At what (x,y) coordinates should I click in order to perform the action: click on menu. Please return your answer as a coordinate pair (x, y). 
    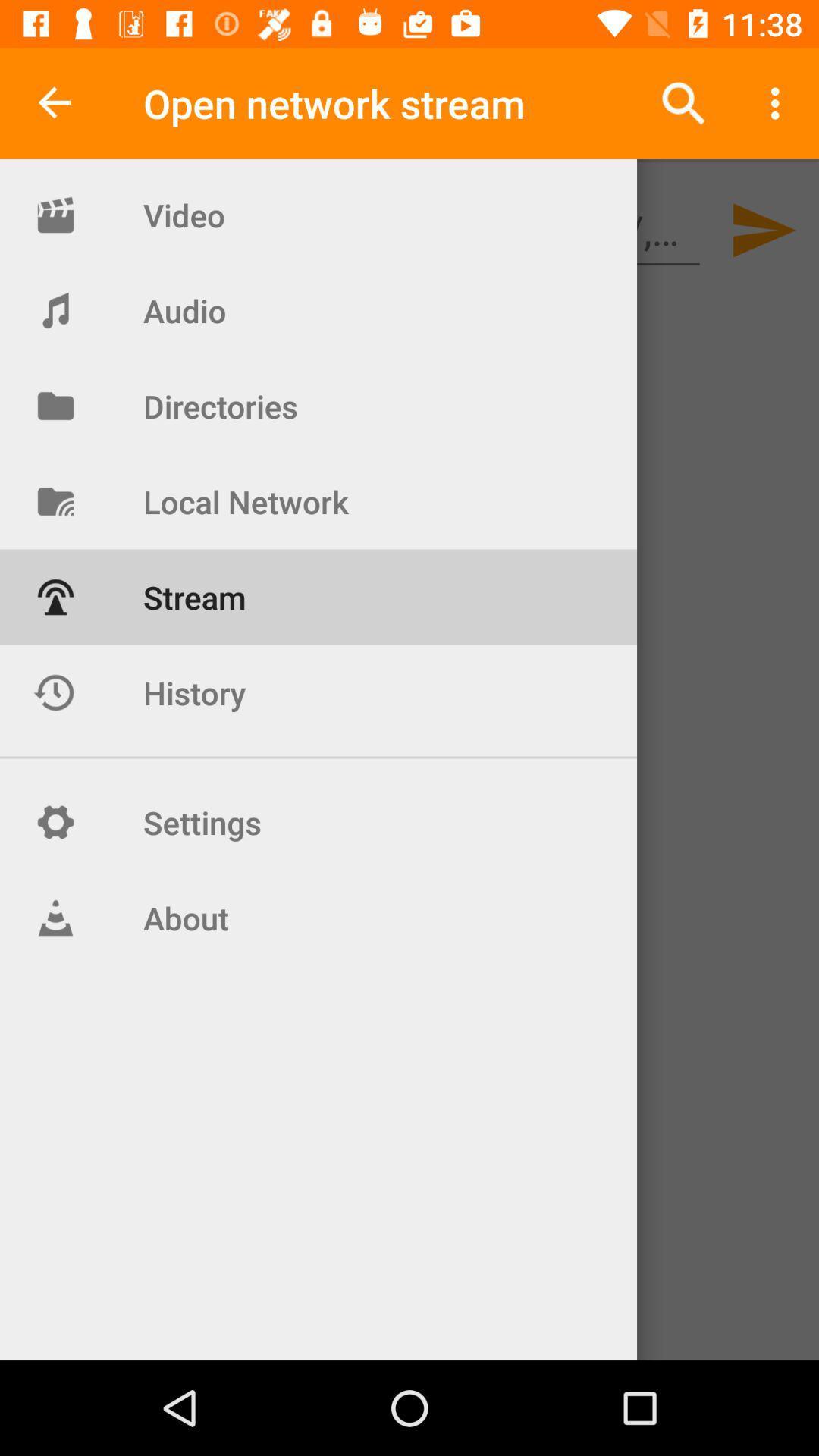
    Looking at the image, I should click on (779, 103).